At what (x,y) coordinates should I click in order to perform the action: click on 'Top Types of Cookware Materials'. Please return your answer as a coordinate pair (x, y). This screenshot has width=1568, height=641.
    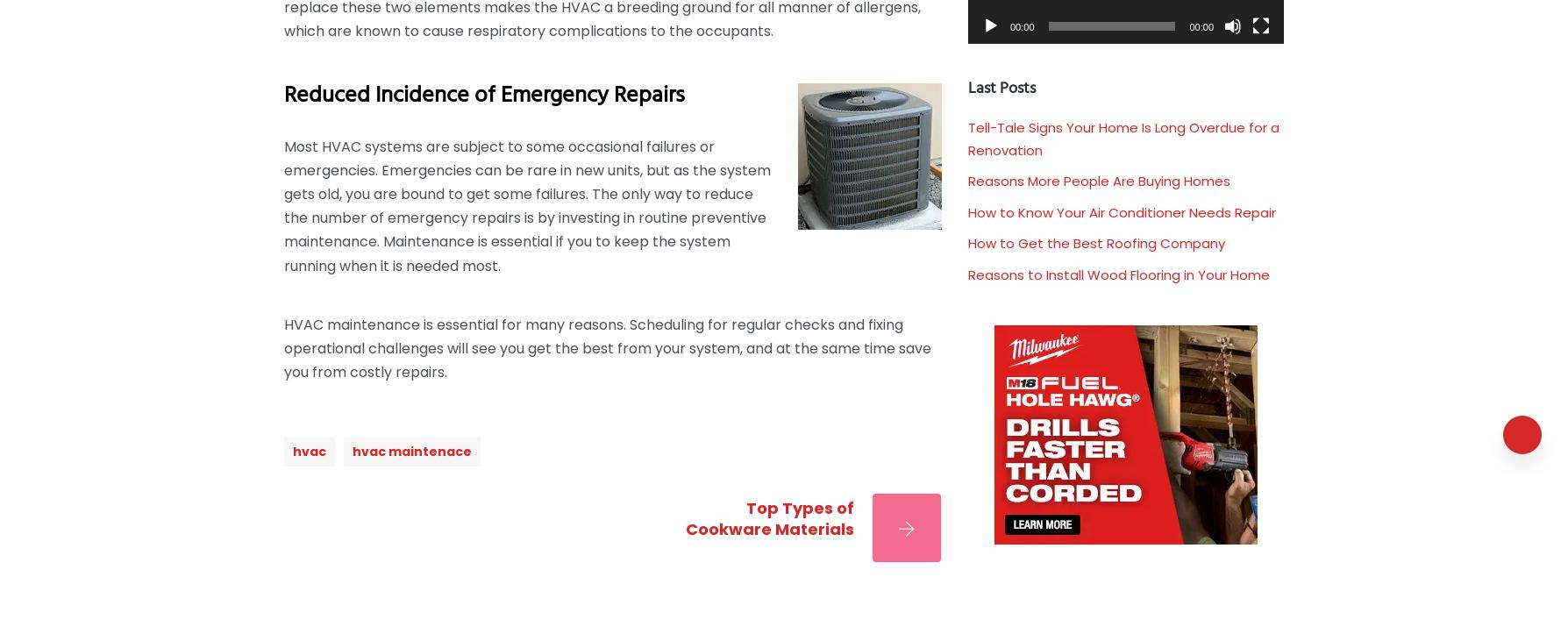
    Looking at the image, I should click on (685, 517).